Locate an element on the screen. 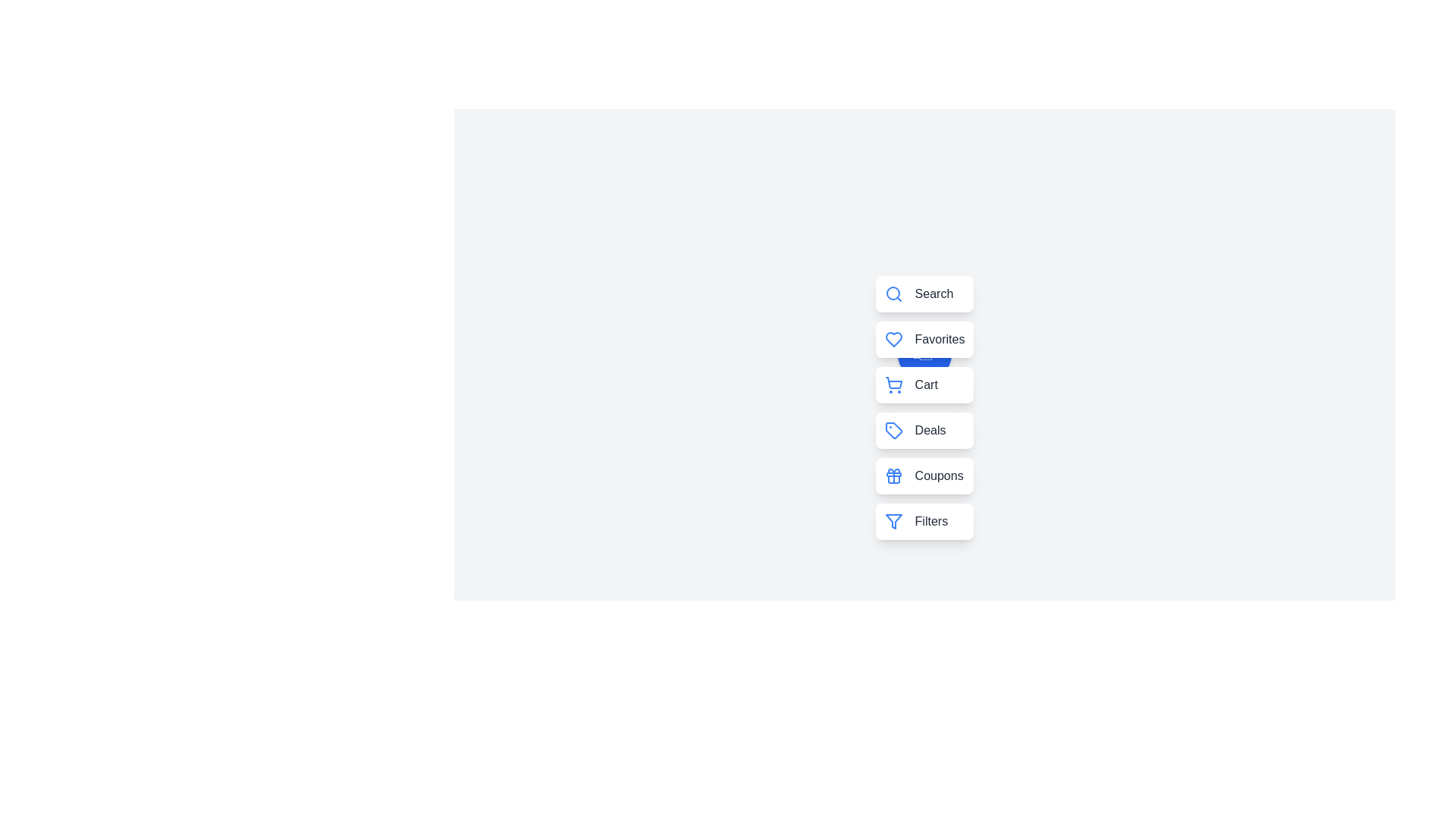  the blue magnifying glass icon located to the left of the 'Search' text to interact with the search functionality is located at coordinates (893, 294).